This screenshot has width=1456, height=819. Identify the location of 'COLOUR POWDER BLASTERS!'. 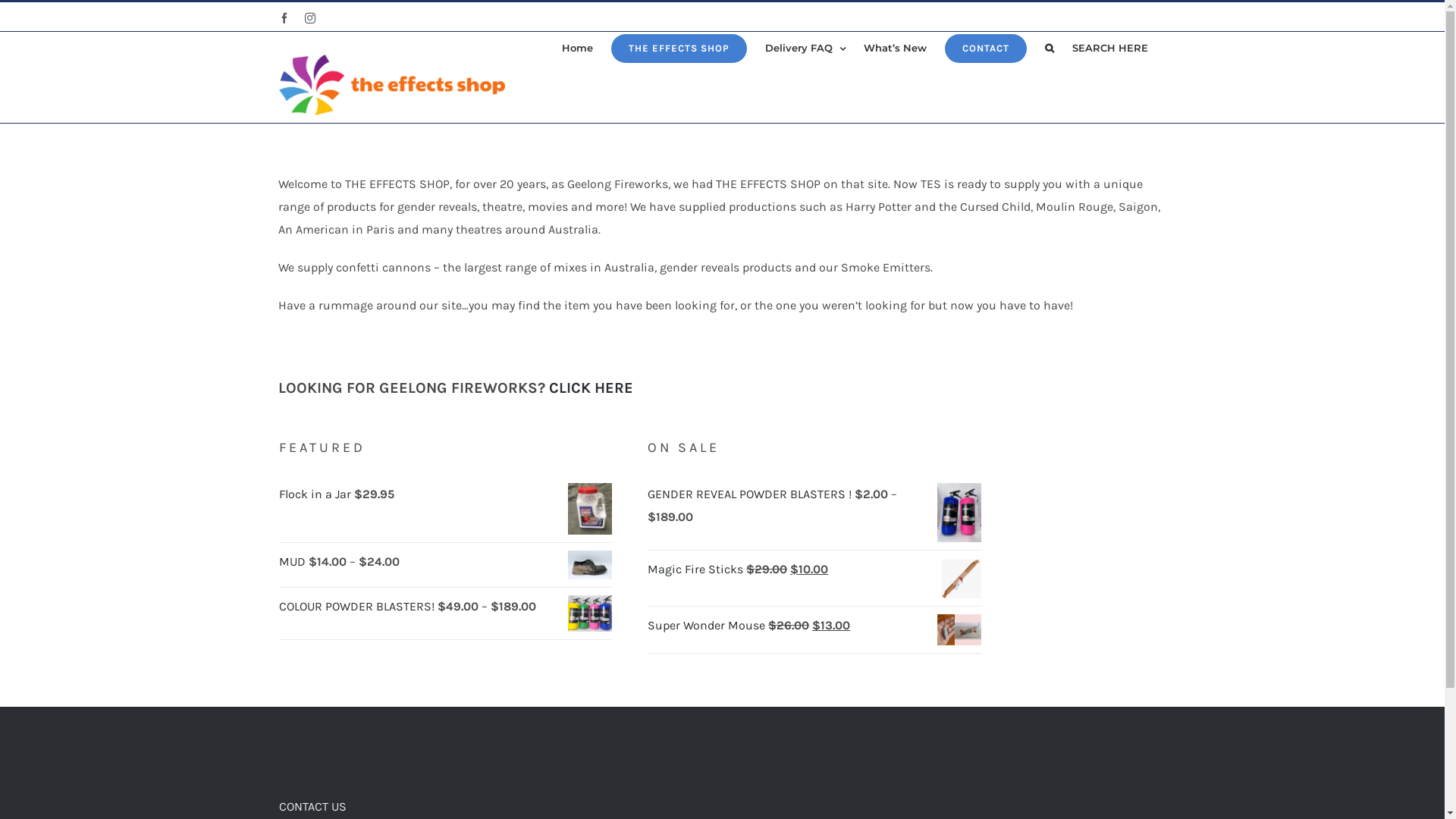
(357, 605).